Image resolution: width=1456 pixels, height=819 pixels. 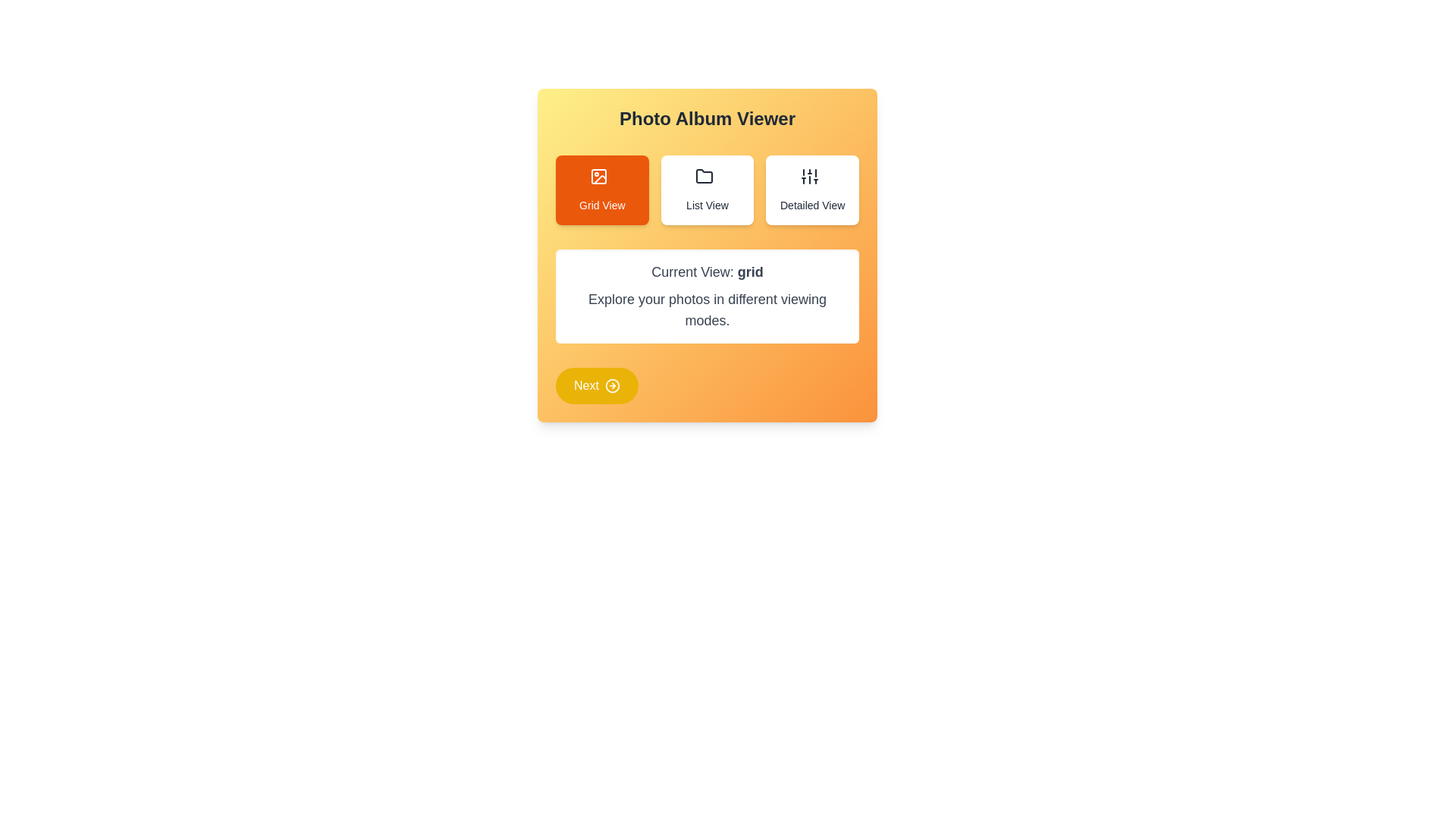 I want to click on the 'Grid View' text label, which is displayed in white on an orange background and indicates the grid view mode in the photo album viewer interface, so click(x=601, y=205).